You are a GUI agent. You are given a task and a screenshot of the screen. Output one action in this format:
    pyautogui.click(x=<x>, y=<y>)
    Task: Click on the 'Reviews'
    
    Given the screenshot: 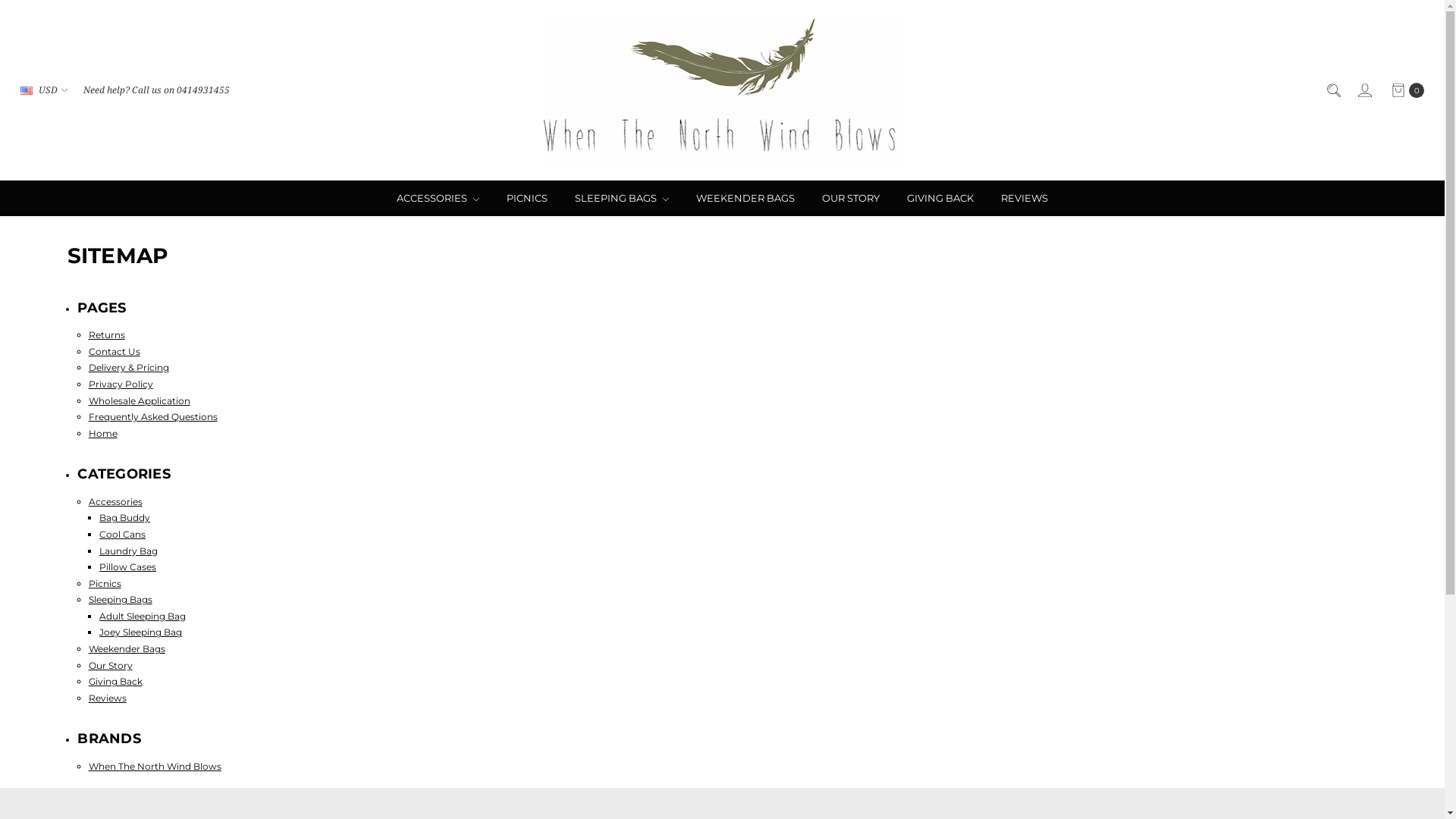 What is the action you would take?
    pyautogui.click(x=107, y=698)
    